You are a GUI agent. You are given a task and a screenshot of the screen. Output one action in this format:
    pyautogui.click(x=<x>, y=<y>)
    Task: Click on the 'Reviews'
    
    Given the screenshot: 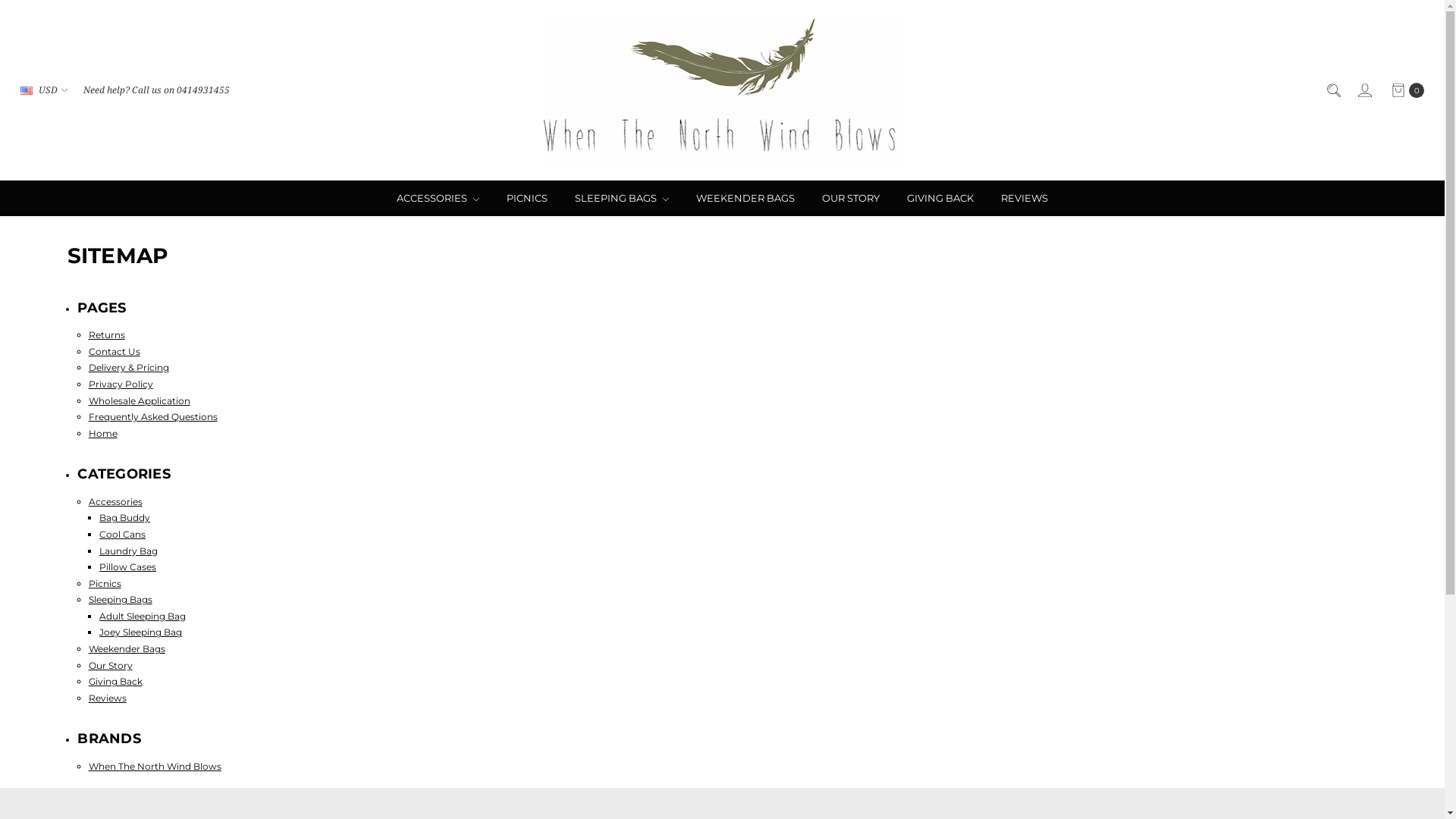 What is the action you would take?
    pyautogui.click(x=107, y=698)
    